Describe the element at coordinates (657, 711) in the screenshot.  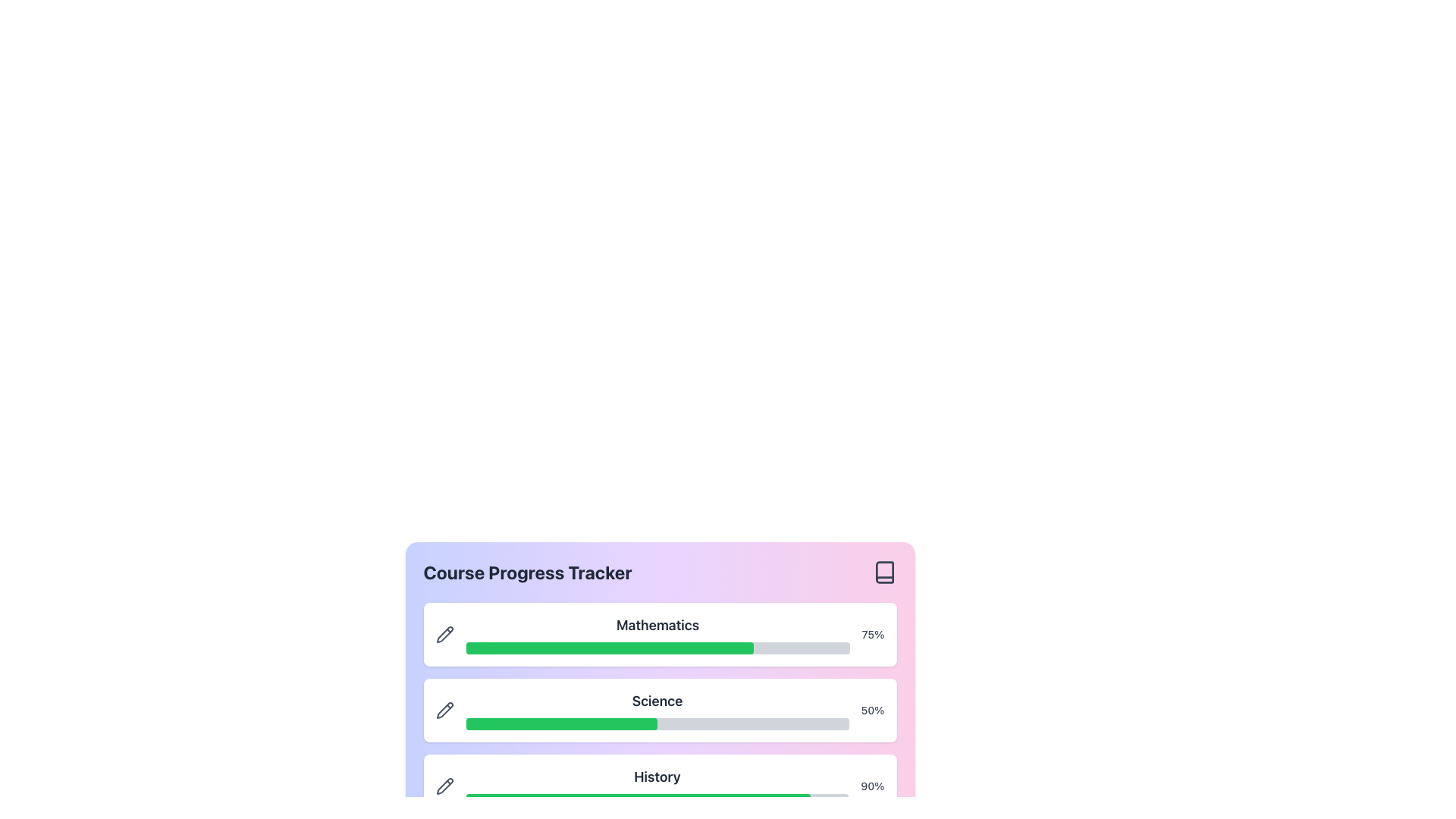
I see `the 'Science' label in the 'Course Progress Tracker' section, which is prominently displayed in bold font above the progress bar` at that location.